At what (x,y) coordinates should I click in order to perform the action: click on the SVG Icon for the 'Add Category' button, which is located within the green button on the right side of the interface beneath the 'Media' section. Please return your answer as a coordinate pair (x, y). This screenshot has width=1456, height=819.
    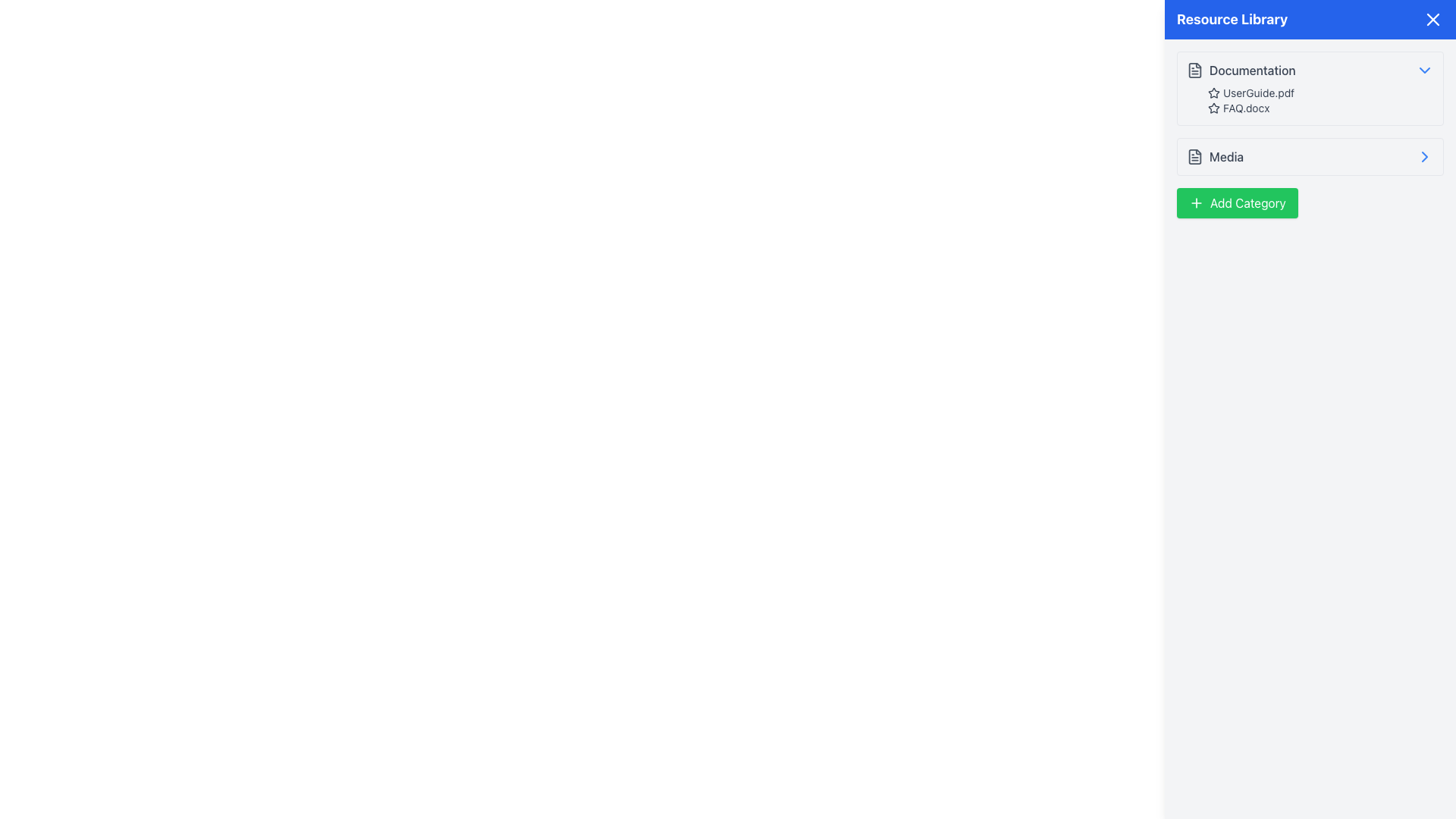
    Looking at the image, I should click on (1196, 202).